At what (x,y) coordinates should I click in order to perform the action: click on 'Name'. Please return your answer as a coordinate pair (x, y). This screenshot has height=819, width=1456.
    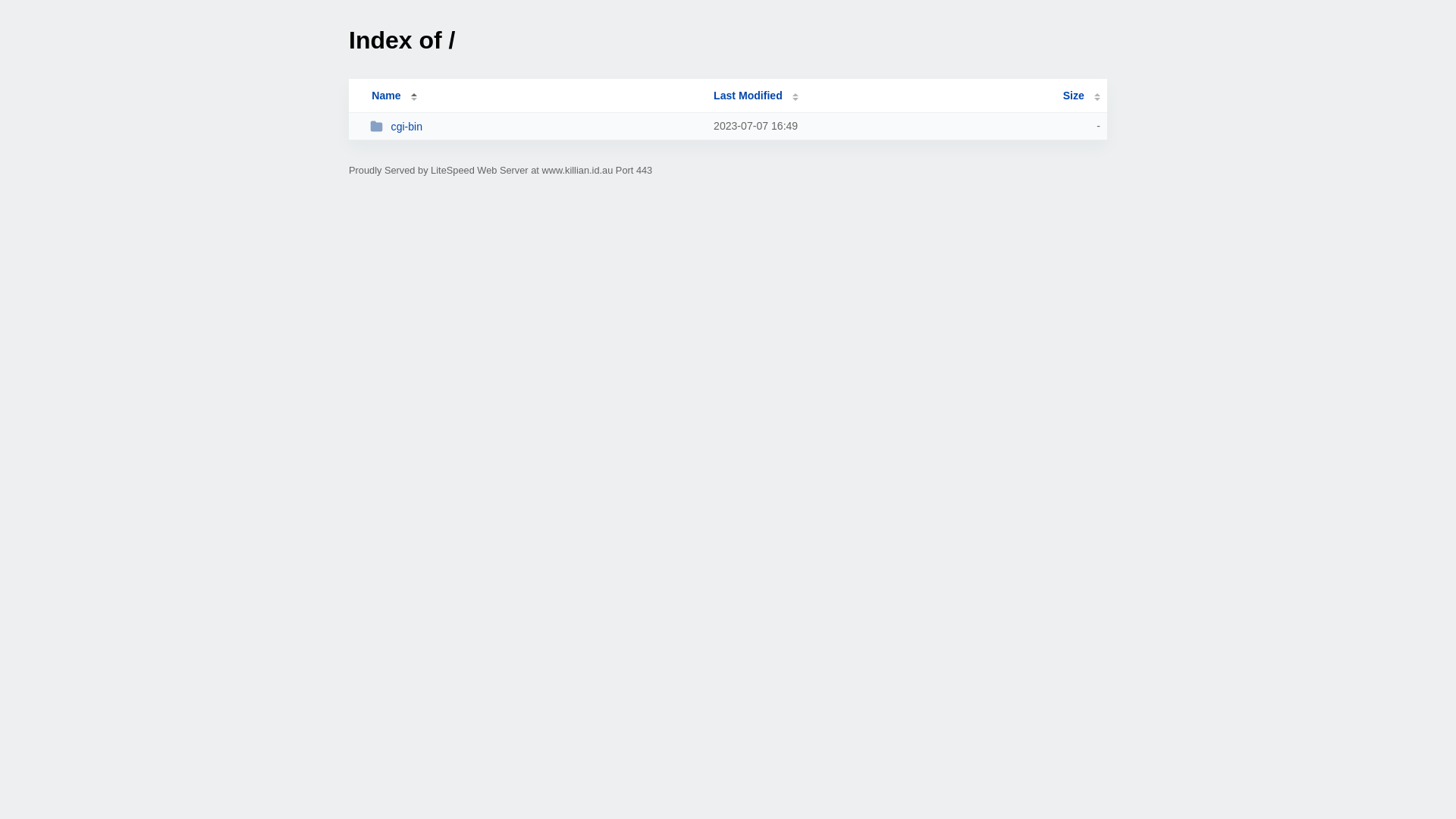
    Looking at the image, I should click on (385, 96).